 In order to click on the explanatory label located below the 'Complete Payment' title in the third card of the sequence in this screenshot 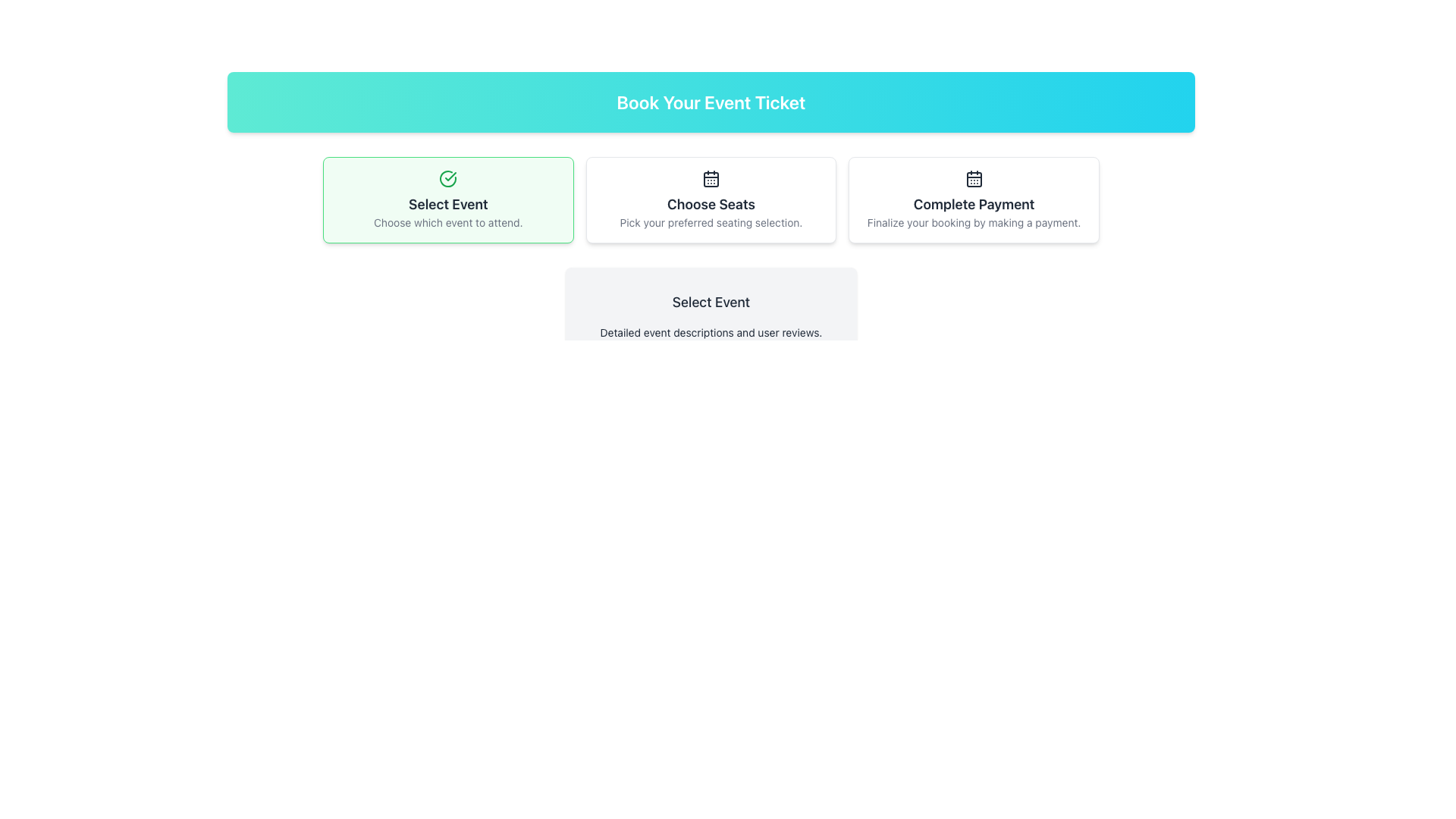, I will do `click(974, 222)`.